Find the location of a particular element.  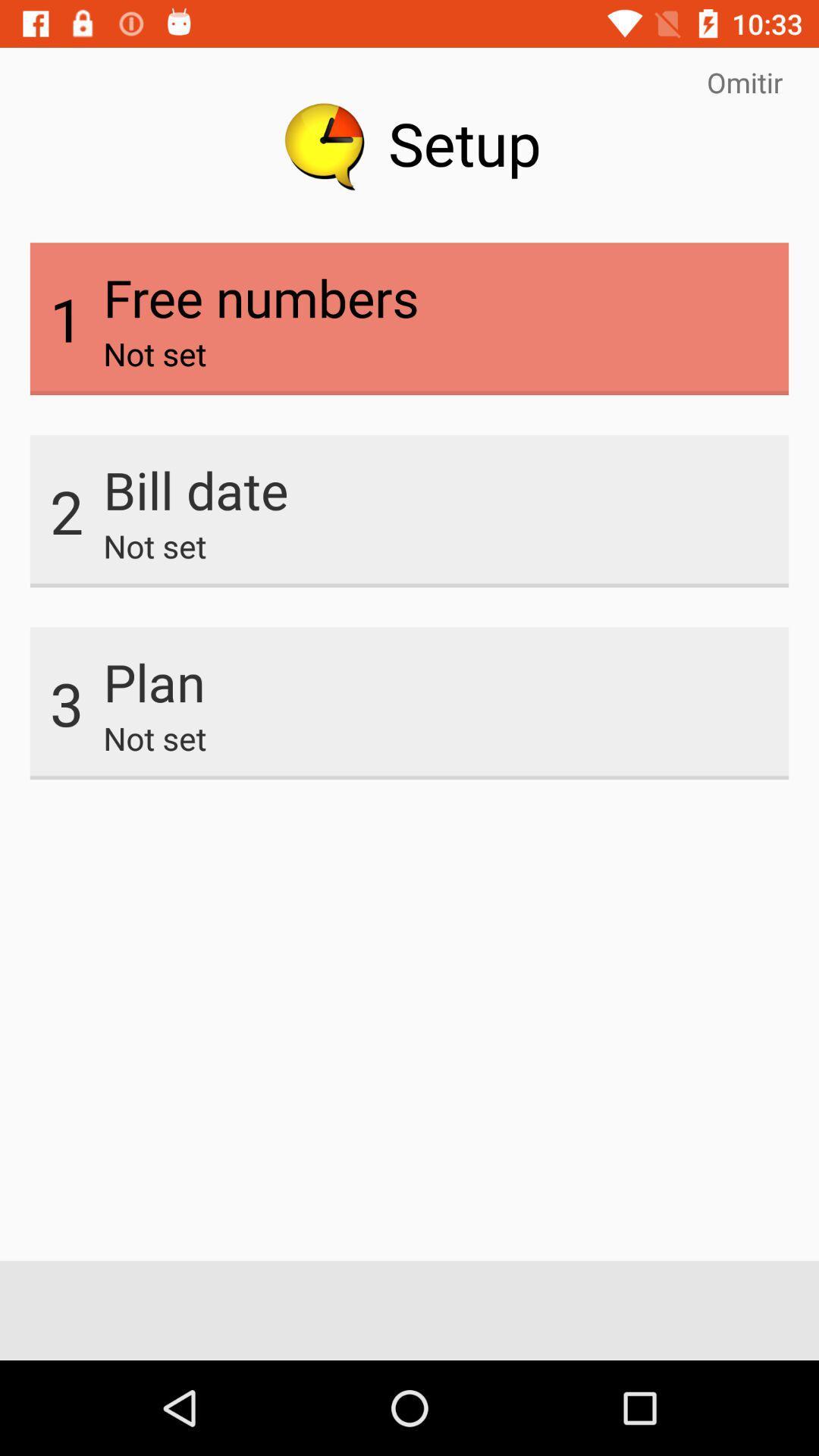

omitir is located at coordinates (744, 81).